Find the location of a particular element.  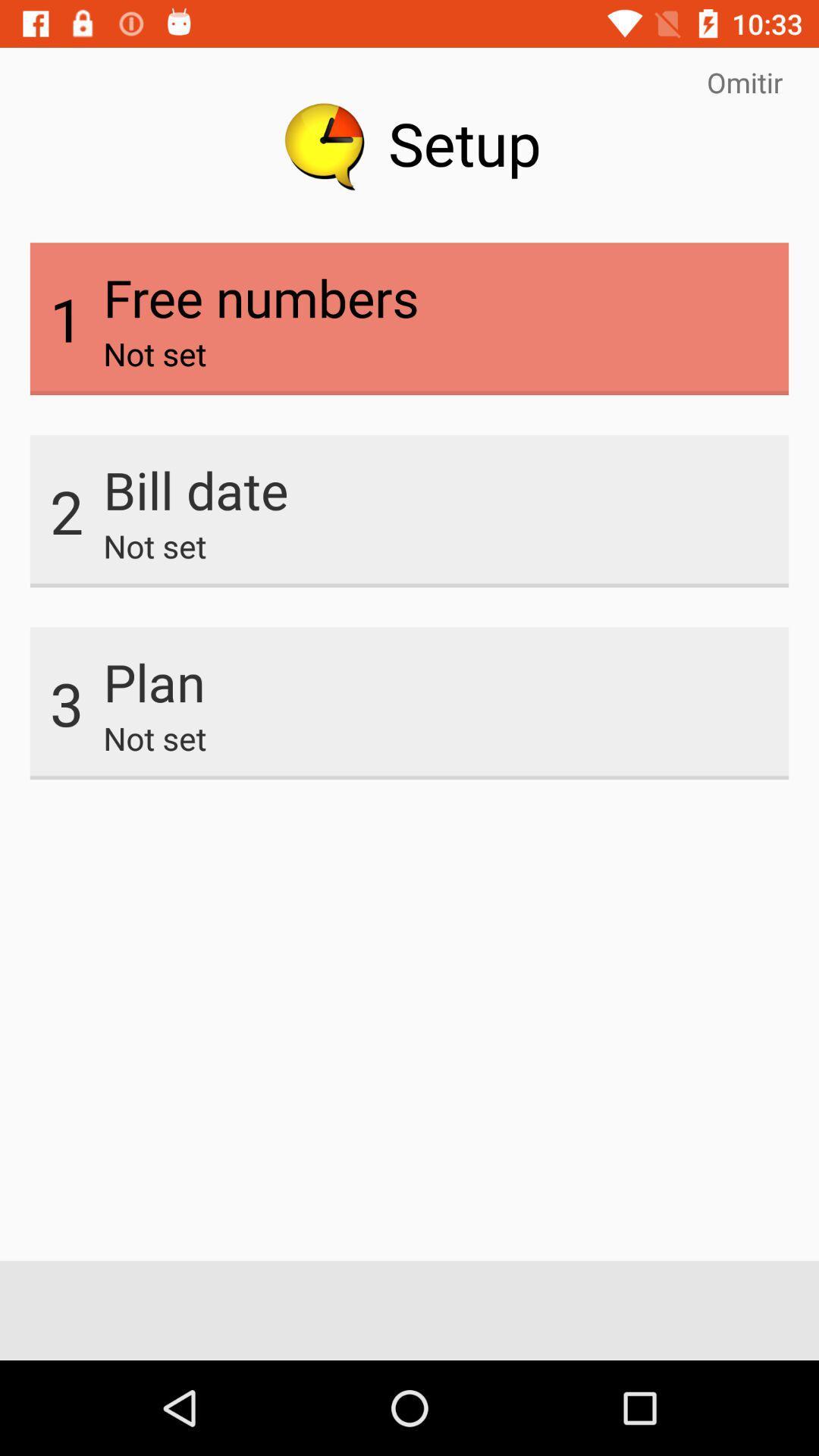

omitir is located at coordinates (744, 81).